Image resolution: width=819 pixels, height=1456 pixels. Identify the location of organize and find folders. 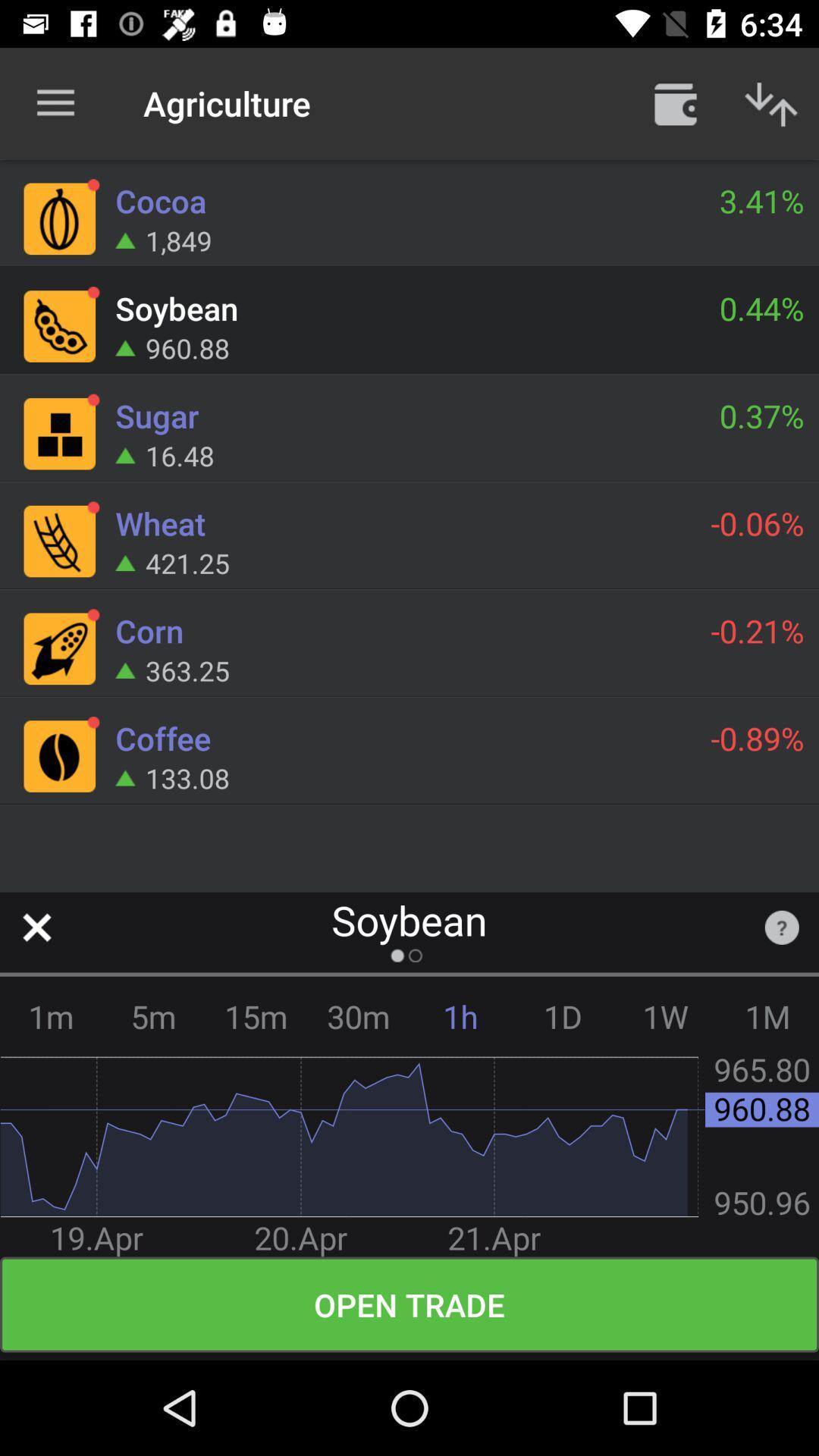
(675, 102).